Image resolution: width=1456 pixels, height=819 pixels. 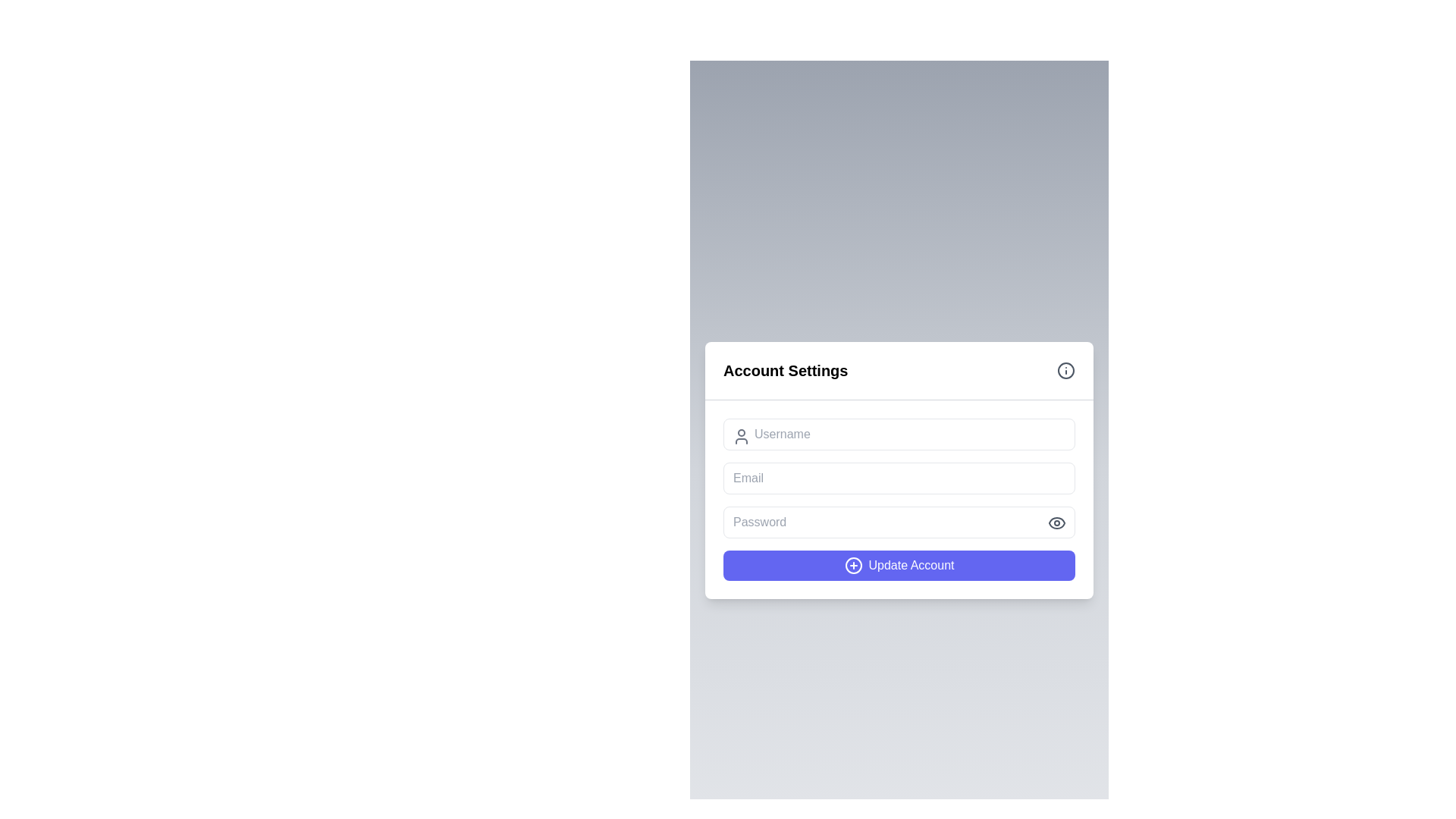 What do you see at coordinates (899, 564) in the screenshot?
I see `the rectangular button with a rich indigo background and white text that says 'Update Account', located centrally at the bottom of the form` at bounding box center [899, 564].